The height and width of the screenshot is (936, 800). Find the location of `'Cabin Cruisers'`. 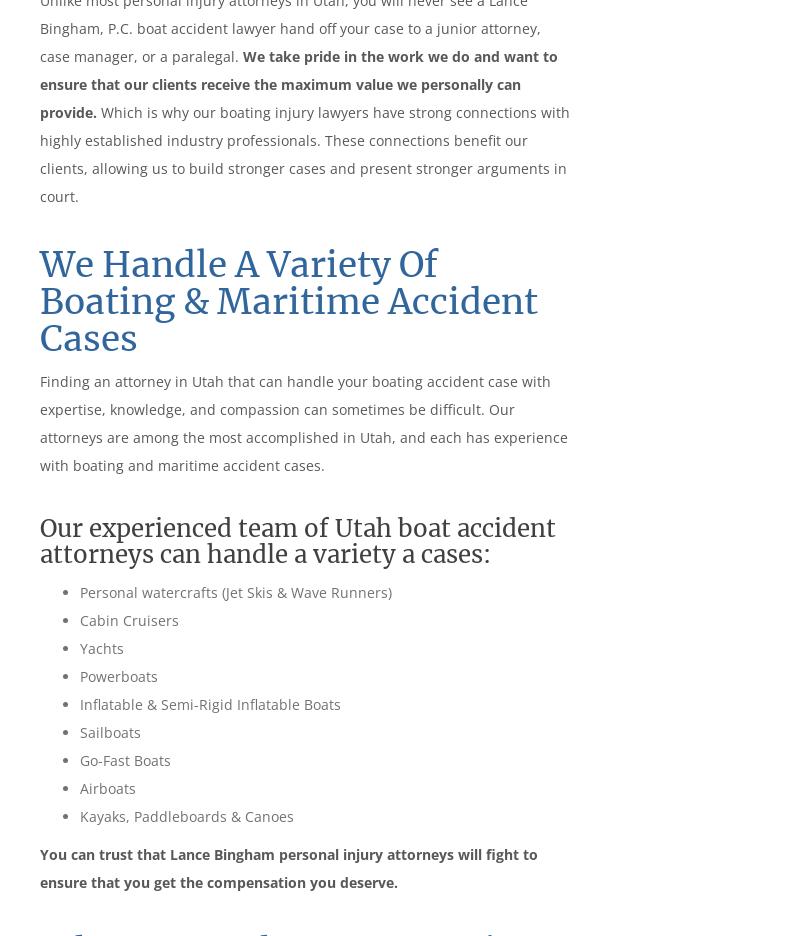

'Cabin Cruisers' is located at coordinates (128, 619).